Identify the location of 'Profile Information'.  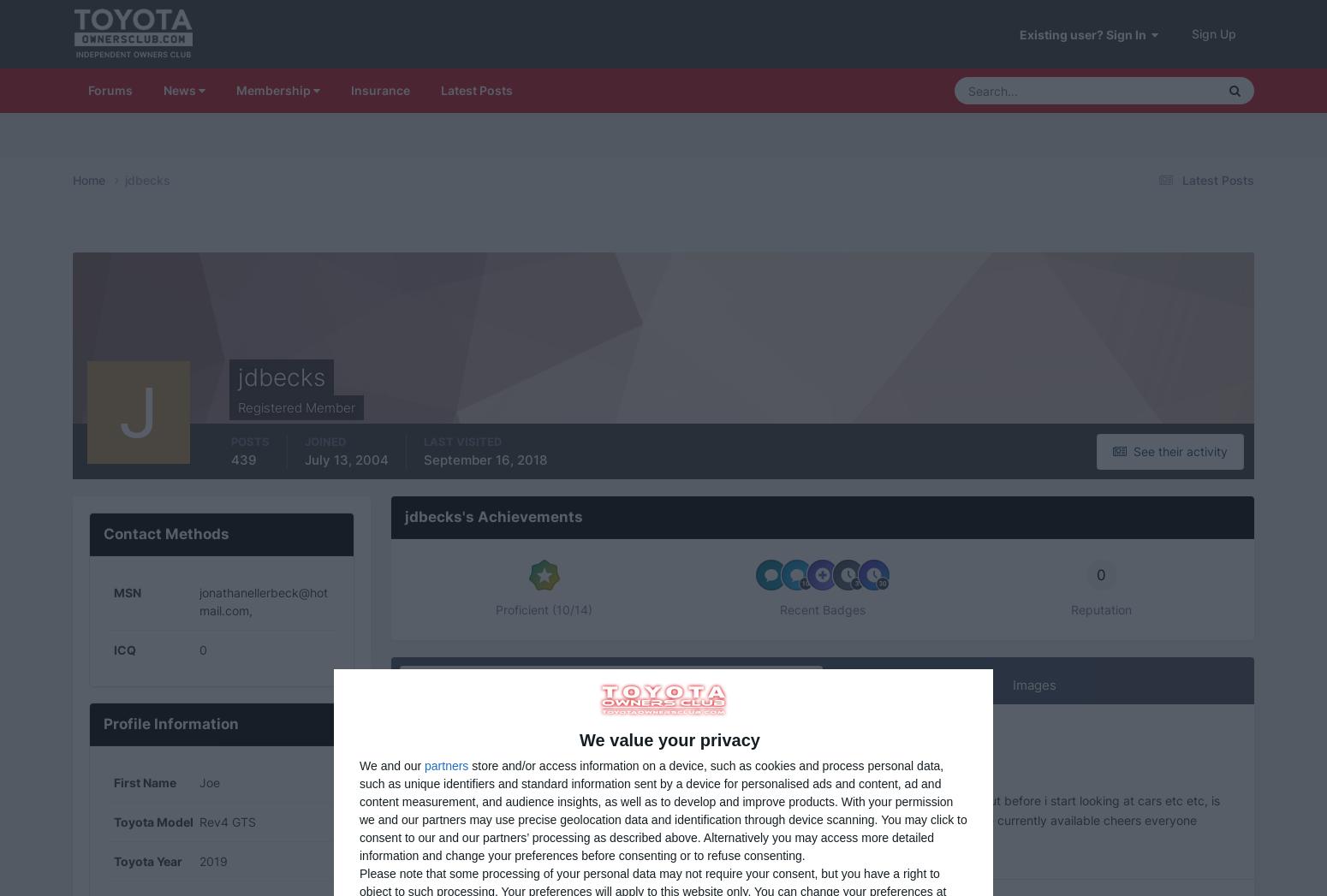
(102, 723).